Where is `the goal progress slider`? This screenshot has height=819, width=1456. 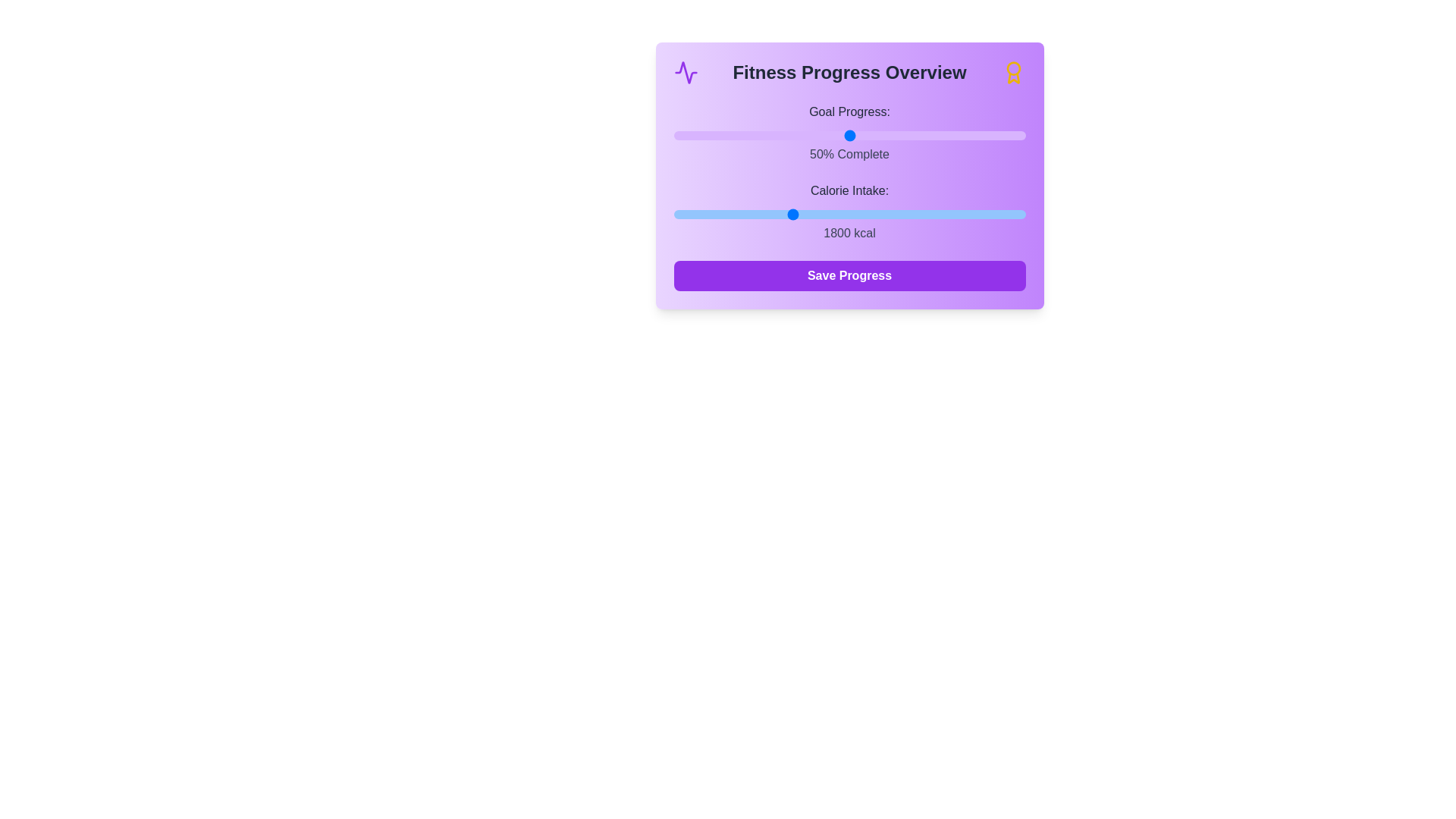 the goal progress slider is located at coordinates (726, 134).